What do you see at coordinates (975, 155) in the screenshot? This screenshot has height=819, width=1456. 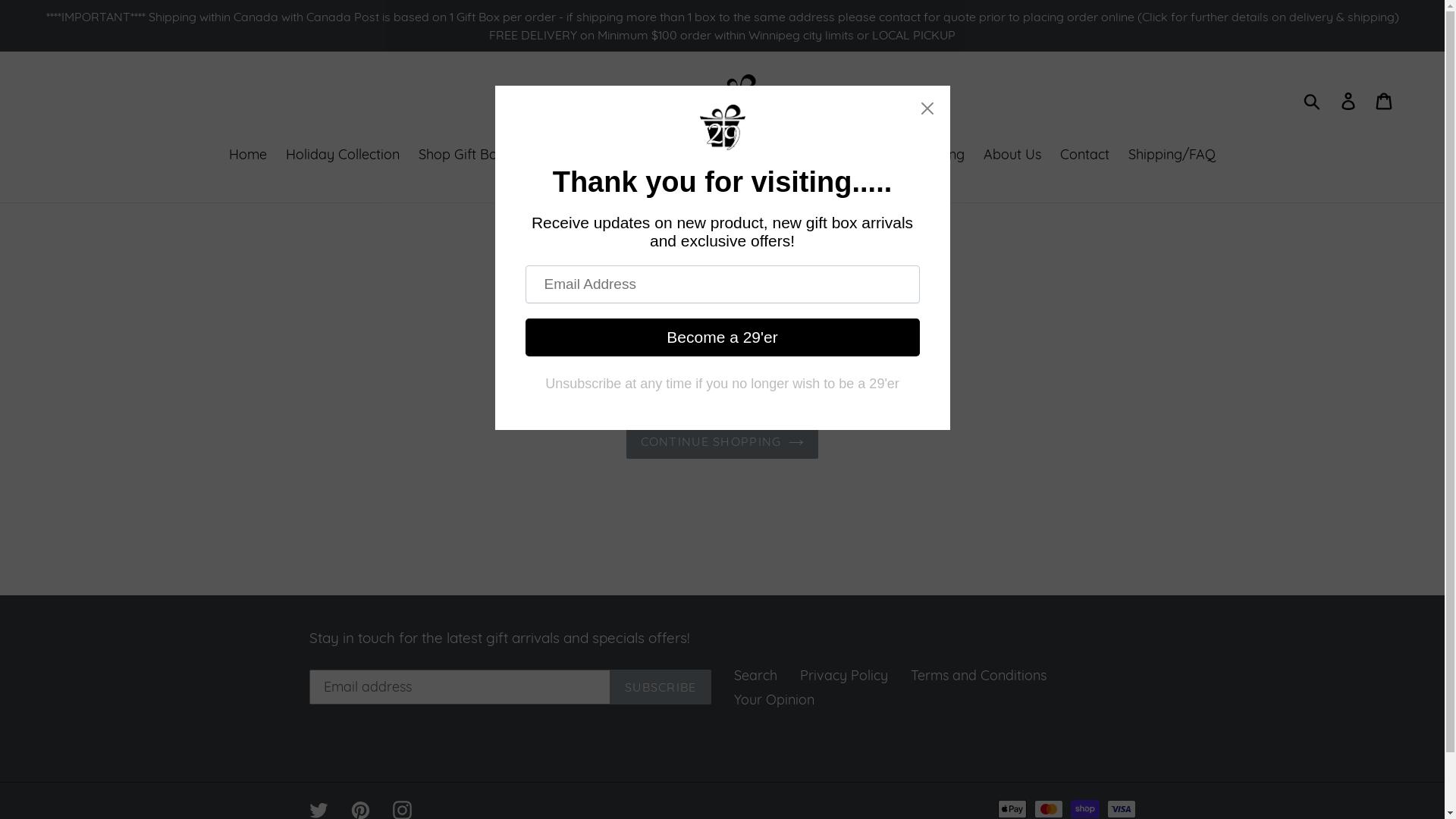 I see `'About Us'` at bounding box center [975, 155].